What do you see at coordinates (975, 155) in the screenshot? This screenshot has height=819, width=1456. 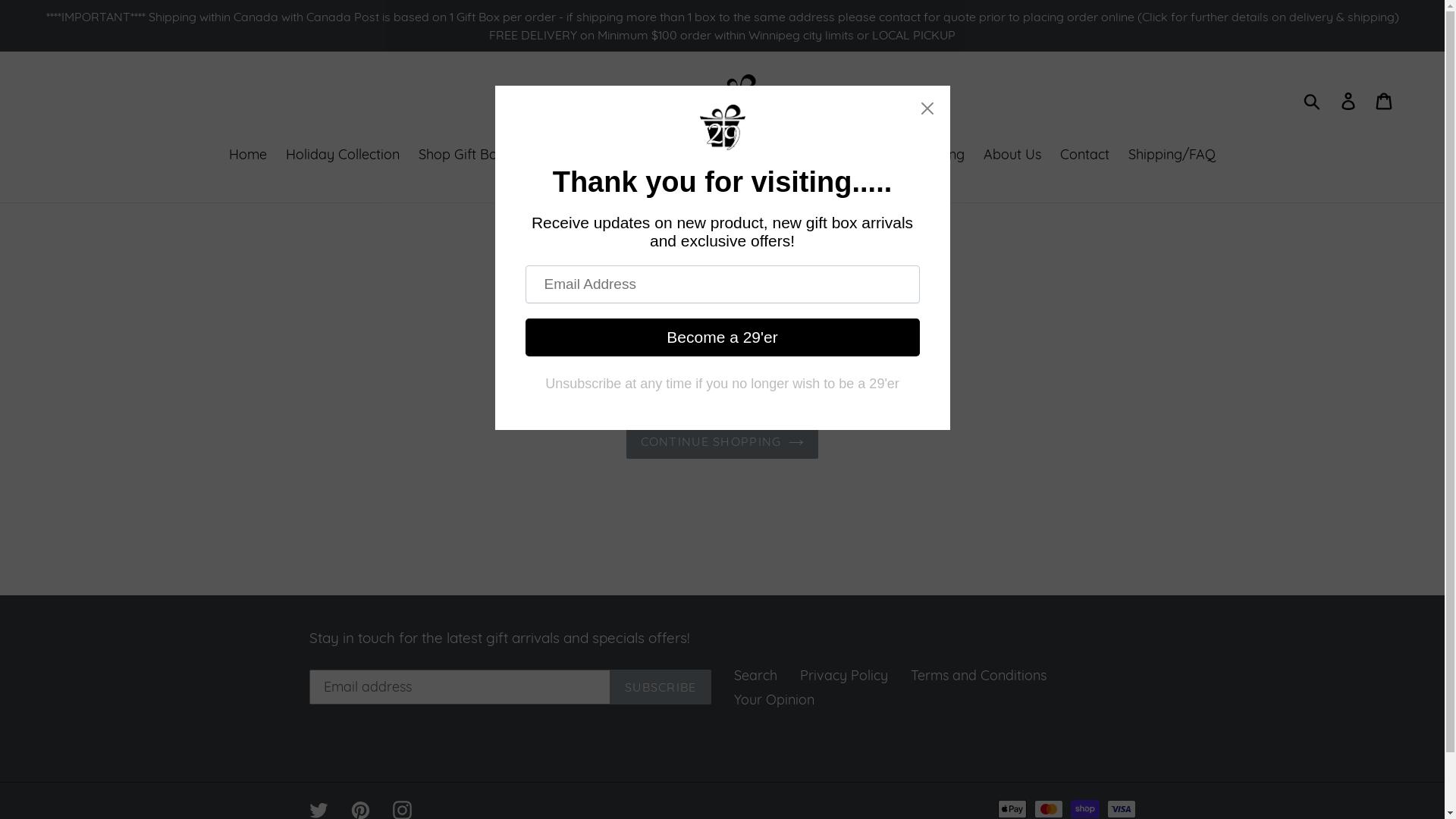 I see `'About Us'` at bounding box center [975, 155].